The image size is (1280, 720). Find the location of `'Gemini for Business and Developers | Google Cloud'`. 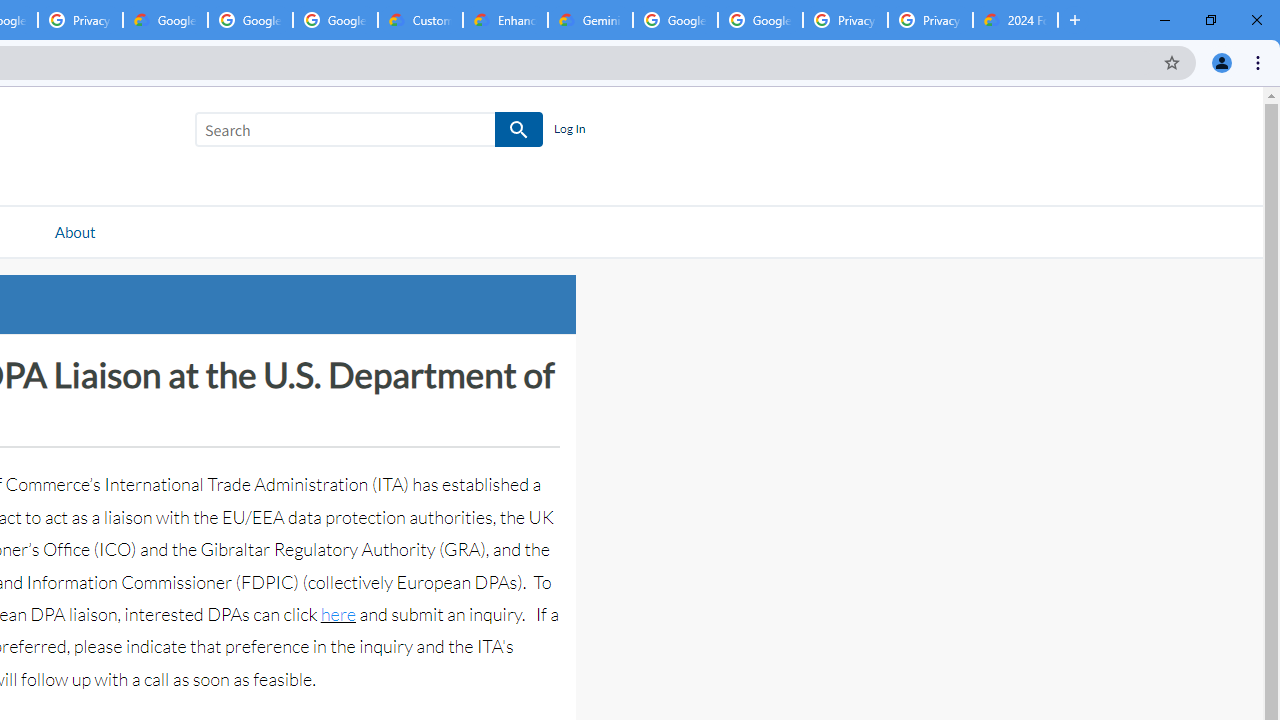

'Gemini for Business and Developers | Google Cloud' is located at coordinates (589, 20).